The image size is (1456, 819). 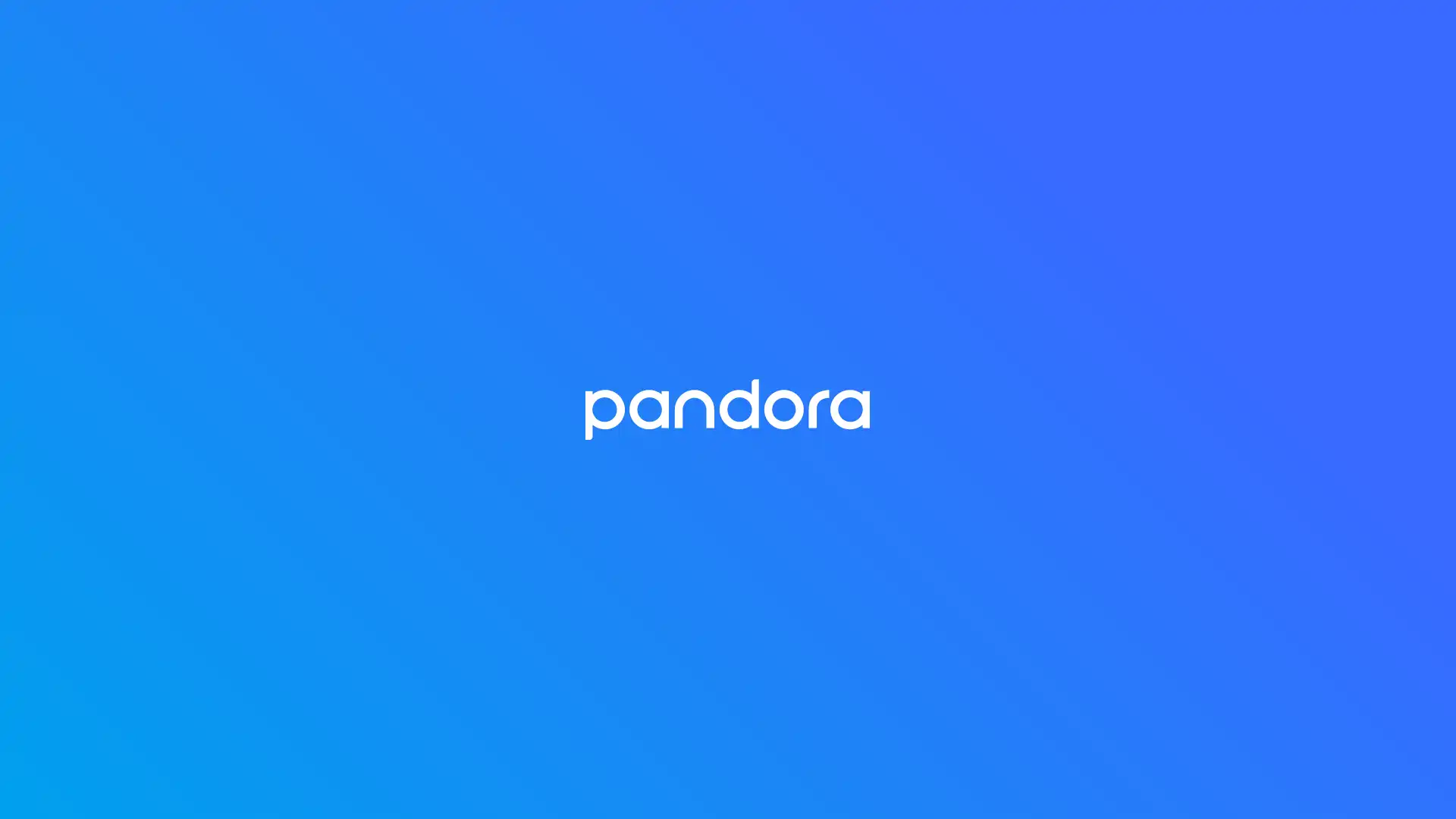 What do you see at coordinates (864, 253) in the screenshot?
I see `Get 60 Days Free` at bounding box center [864, 253].